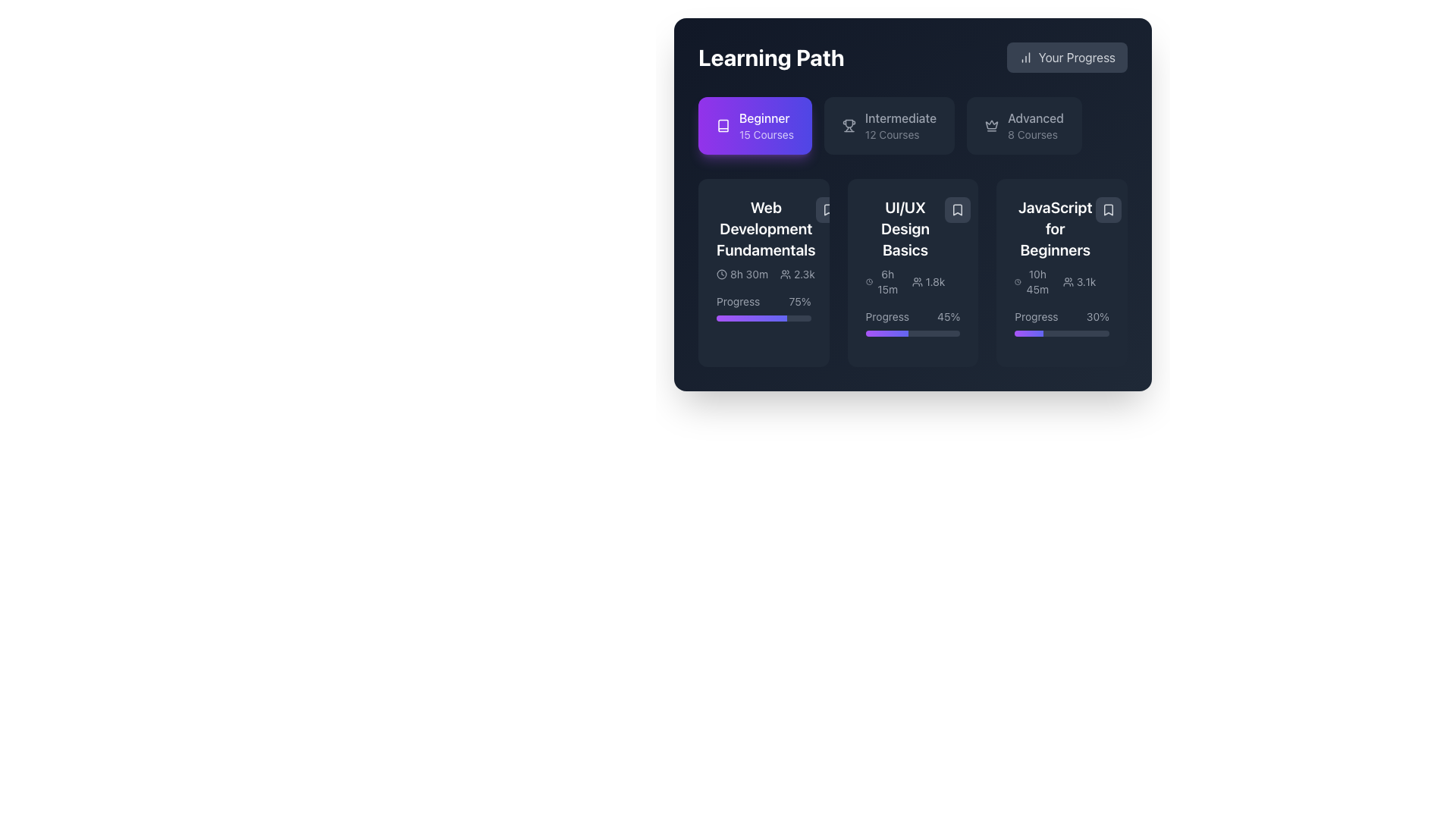  Describe the element at coordinates (1032, 281) in the screenshot. I see `displayed duration information from the text with icon composite element located in the 'JavaScript for Beginners' course card, positioned at the top-left corner of the bottom section containing course meta-information` at that location.